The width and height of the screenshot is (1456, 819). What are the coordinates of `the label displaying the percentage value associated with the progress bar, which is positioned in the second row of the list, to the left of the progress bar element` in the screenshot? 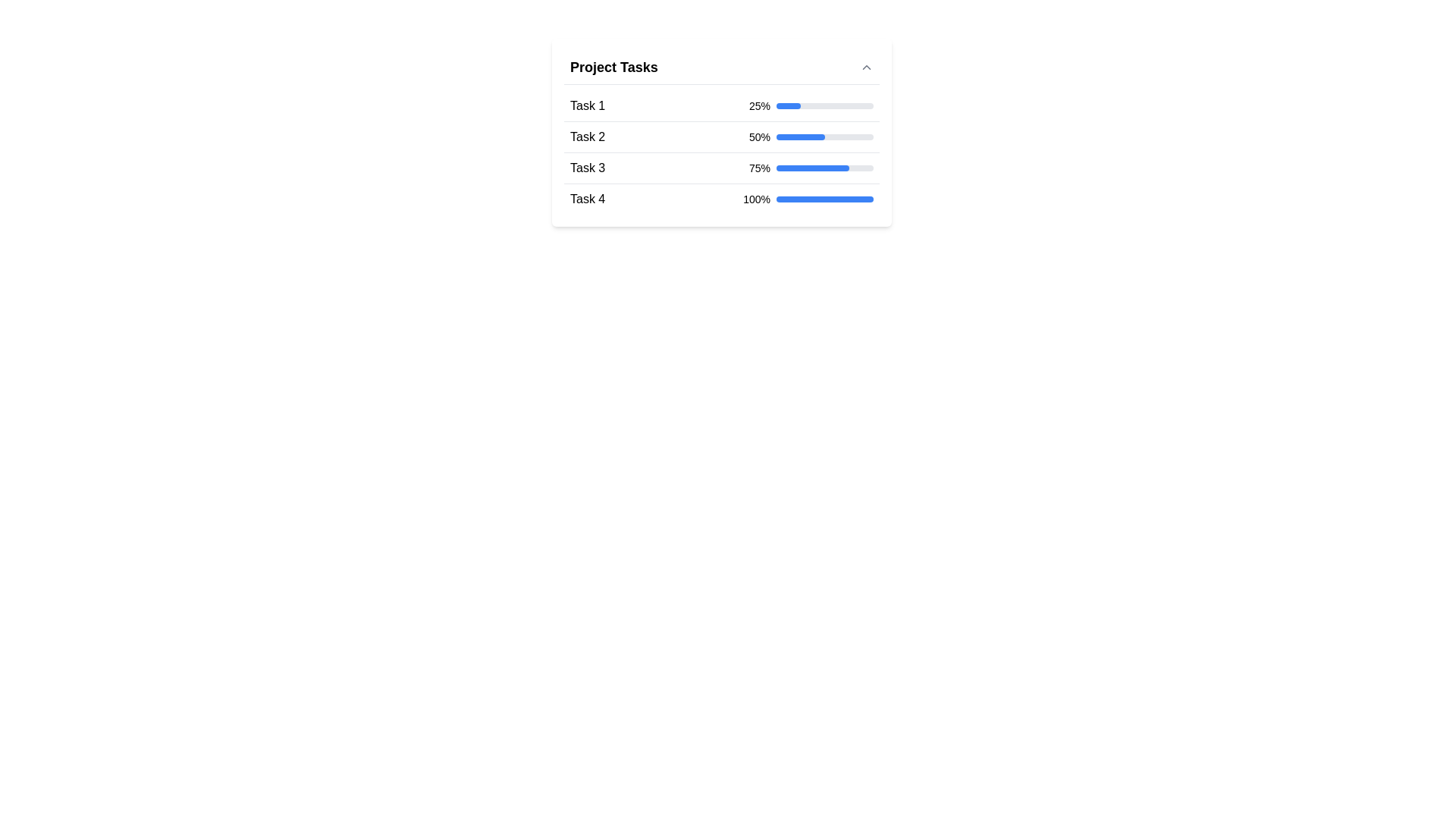 It's located at (760, 137).